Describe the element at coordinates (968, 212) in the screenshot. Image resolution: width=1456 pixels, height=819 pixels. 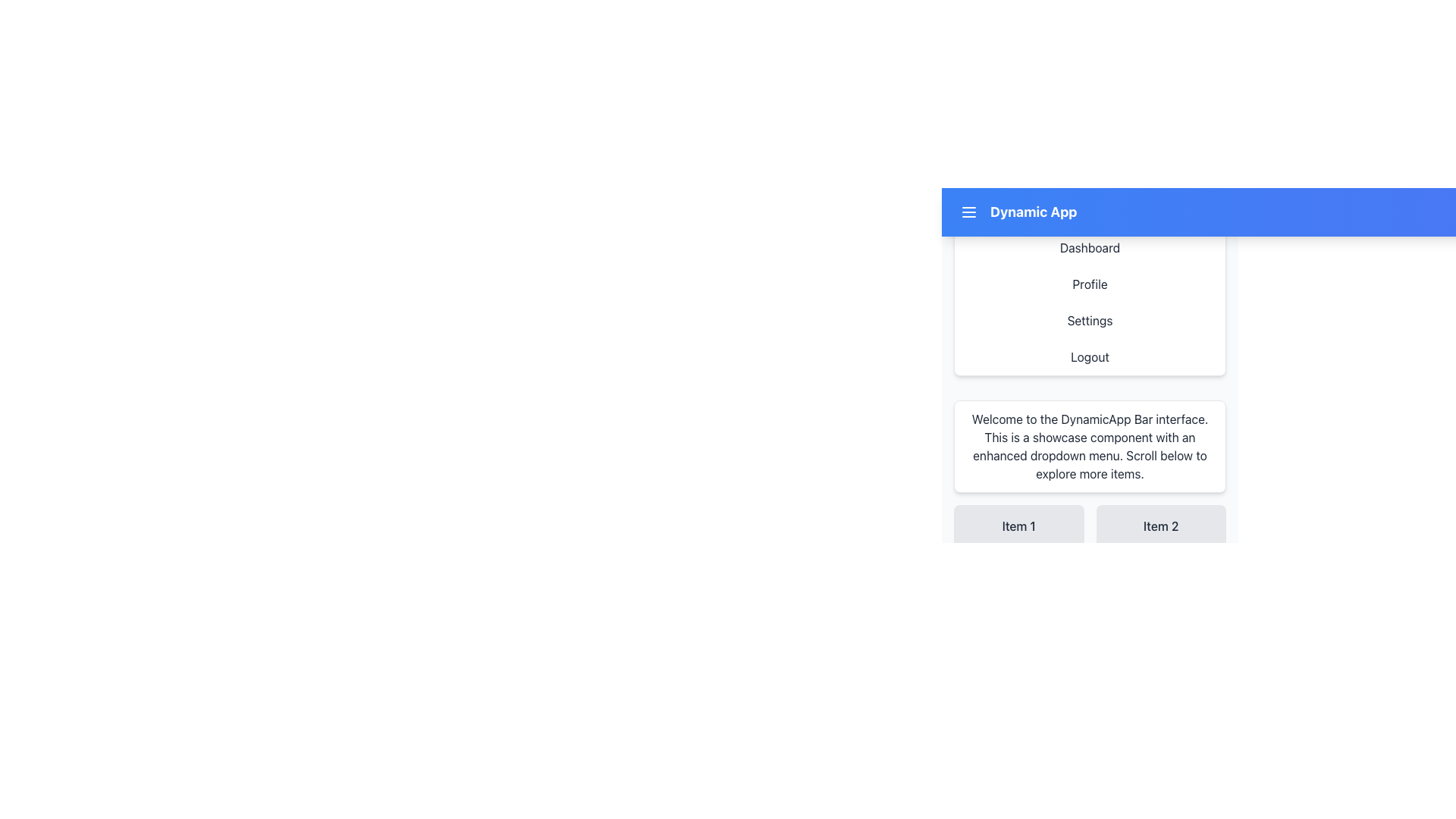
I see `the 'hamburger menu' icon, which consists of three white horizontal lines on a blue background, located at the top-left corner of the navigation bar before the label 'Dynamic App'` at that location.